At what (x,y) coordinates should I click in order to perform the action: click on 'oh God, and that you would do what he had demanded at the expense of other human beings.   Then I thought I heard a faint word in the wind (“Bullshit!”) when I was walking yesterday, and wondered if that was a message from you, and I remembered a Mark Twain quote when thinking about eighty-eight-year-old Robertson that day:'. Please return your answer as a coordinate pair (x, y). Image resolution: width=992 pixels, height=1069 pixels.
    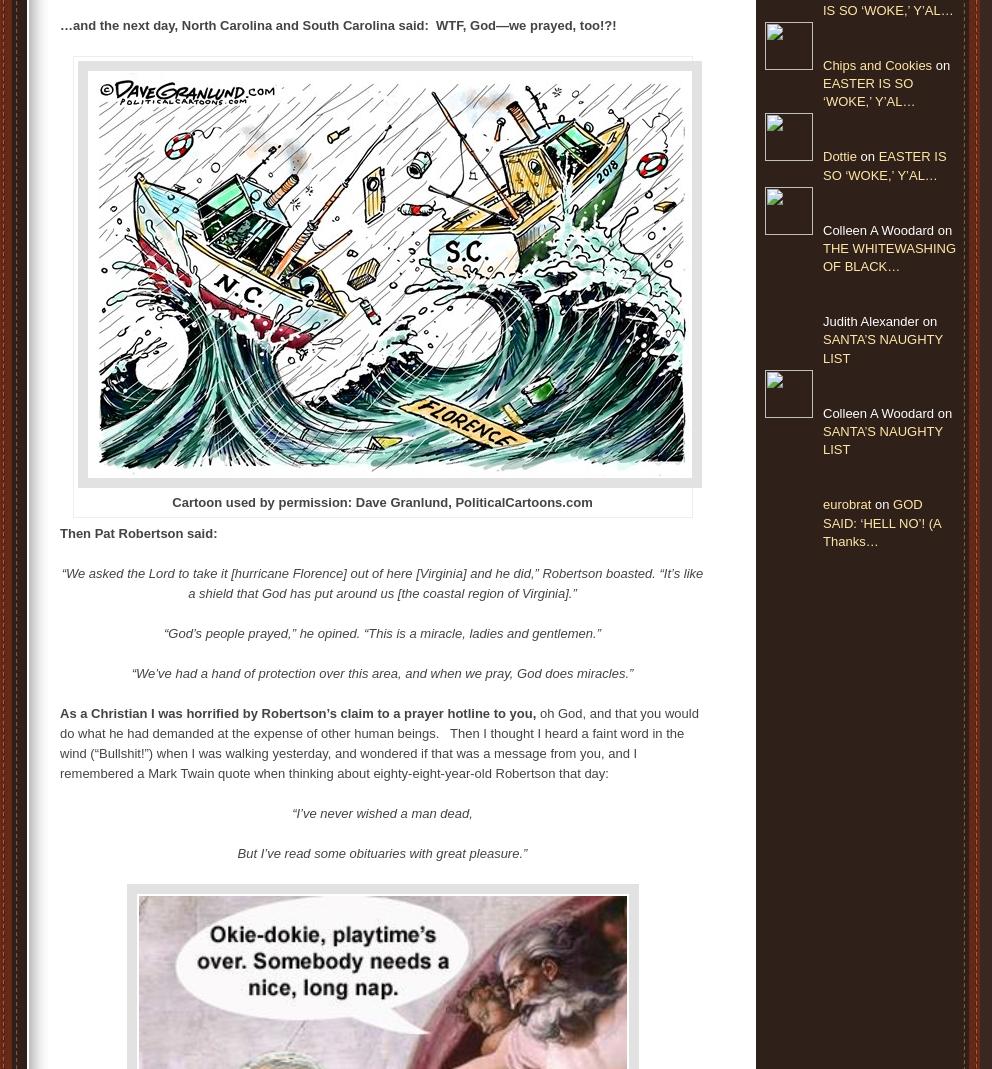
    Looking at the image, I should click on (379, 742).